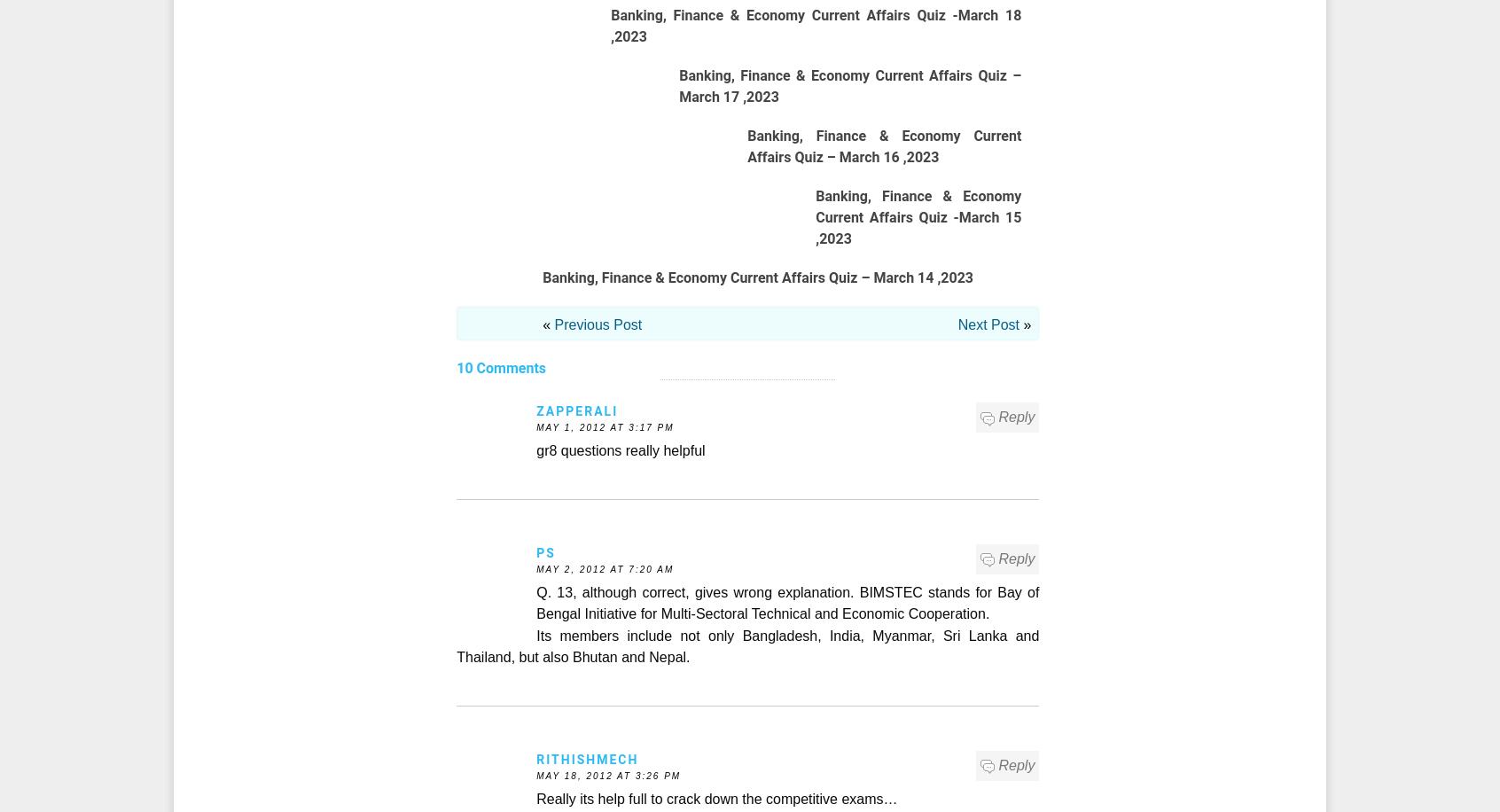 This screenshot has width=1500, height=812. What do you see at coordinates (500, 367) in the screenshot?
I see `'10 Comments'` at bounding box center [500, 367].